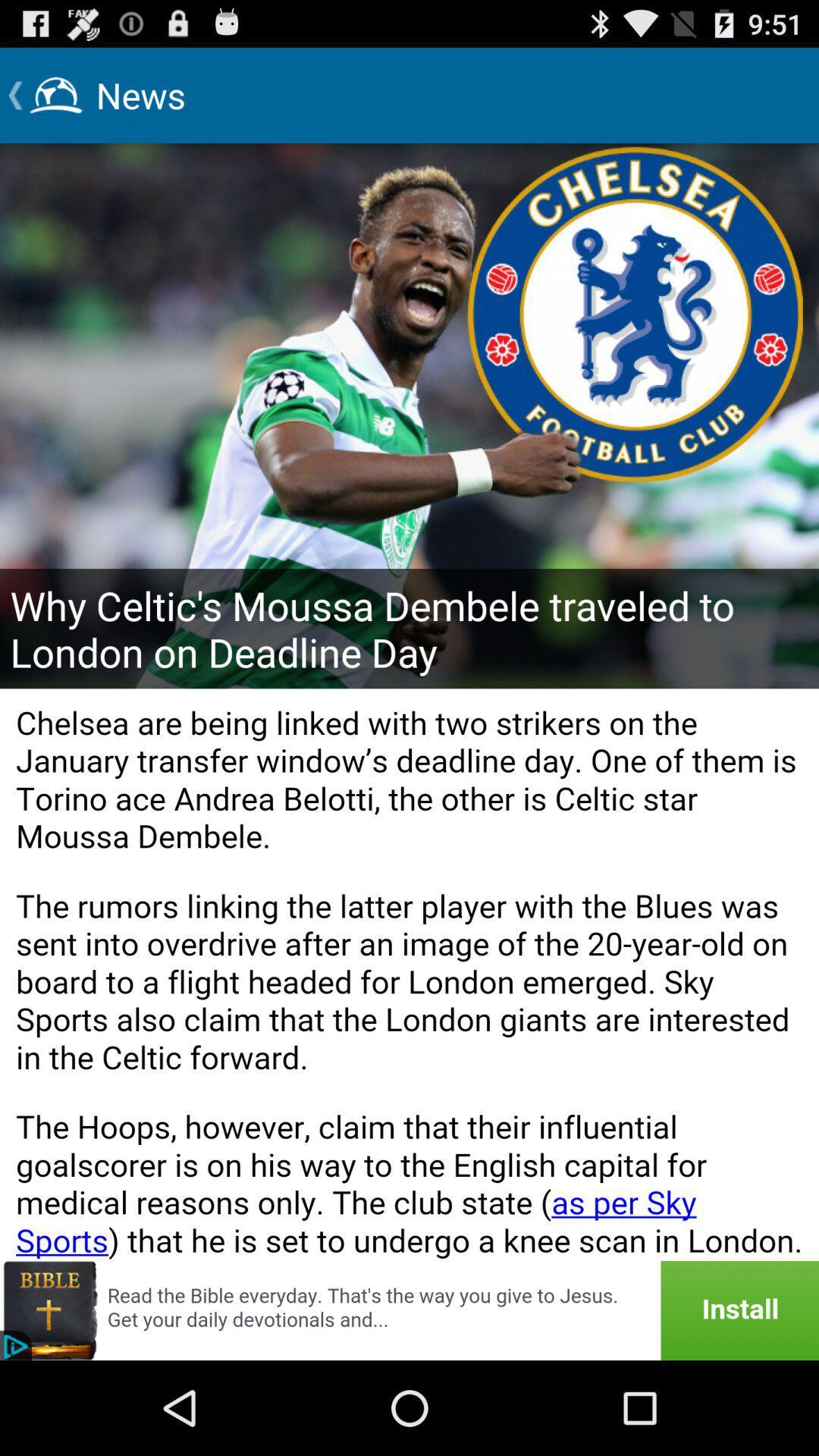 This screenshot has width=819, height=1456. Describe the element at coordinates (409, 1310) in the screenshot. I see `bible install` at that location.